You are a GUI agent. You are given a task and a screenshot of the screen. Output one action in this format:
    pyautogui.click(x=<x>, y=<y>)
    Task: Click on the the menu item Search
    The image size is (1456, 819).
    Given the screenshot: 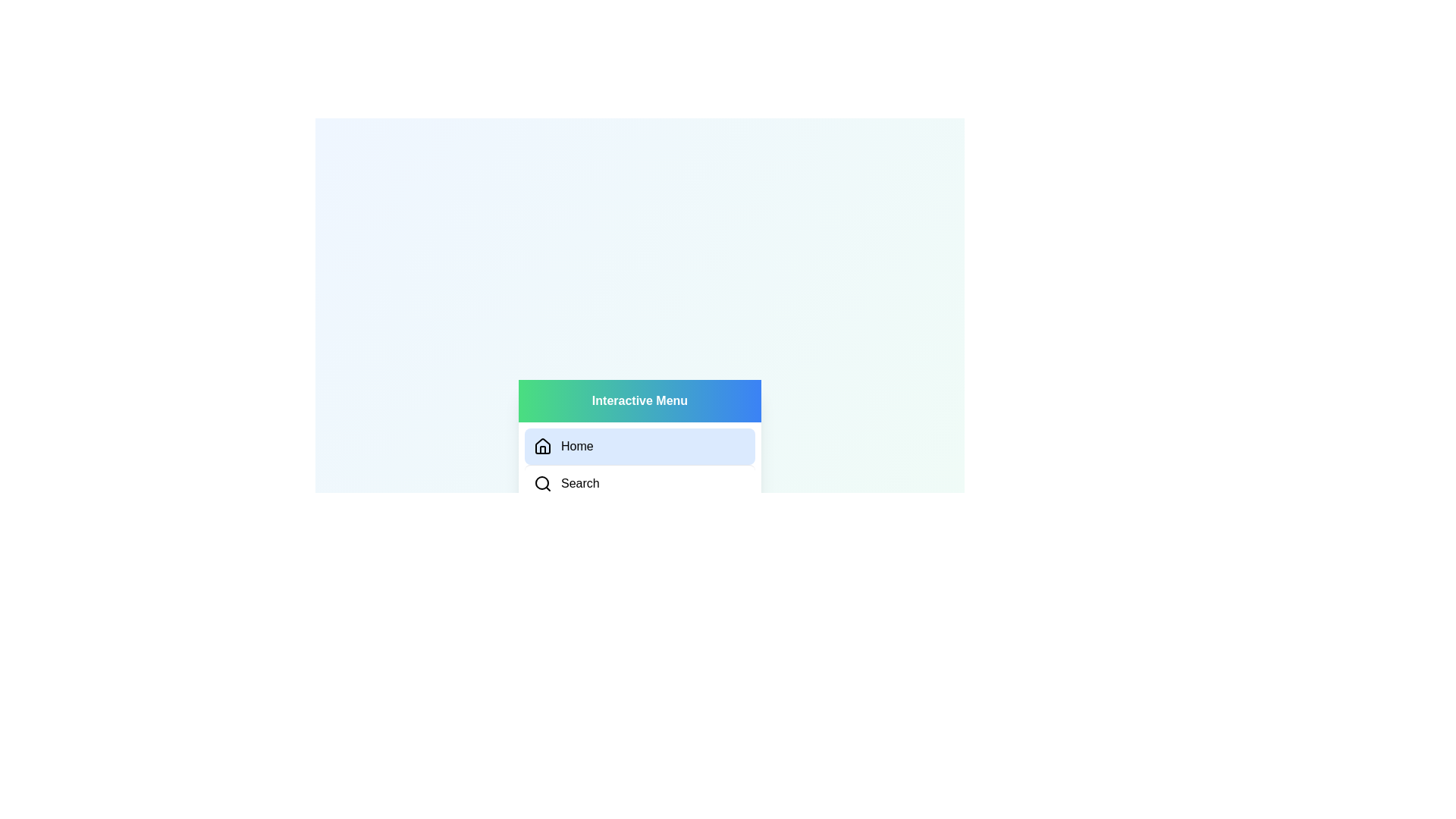 What is the action you would take?
    pyautogui.click(x=640, y=482)
    